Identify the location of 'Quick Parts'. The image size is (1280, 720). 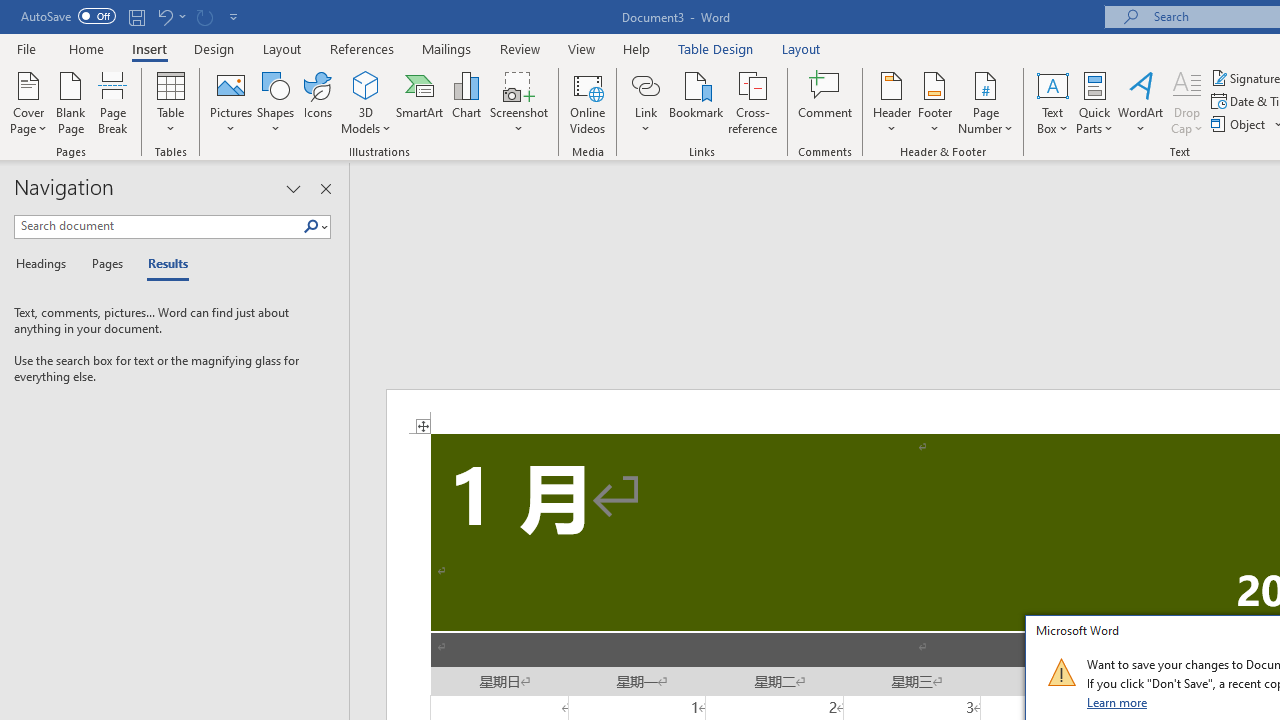
(1094, 103).